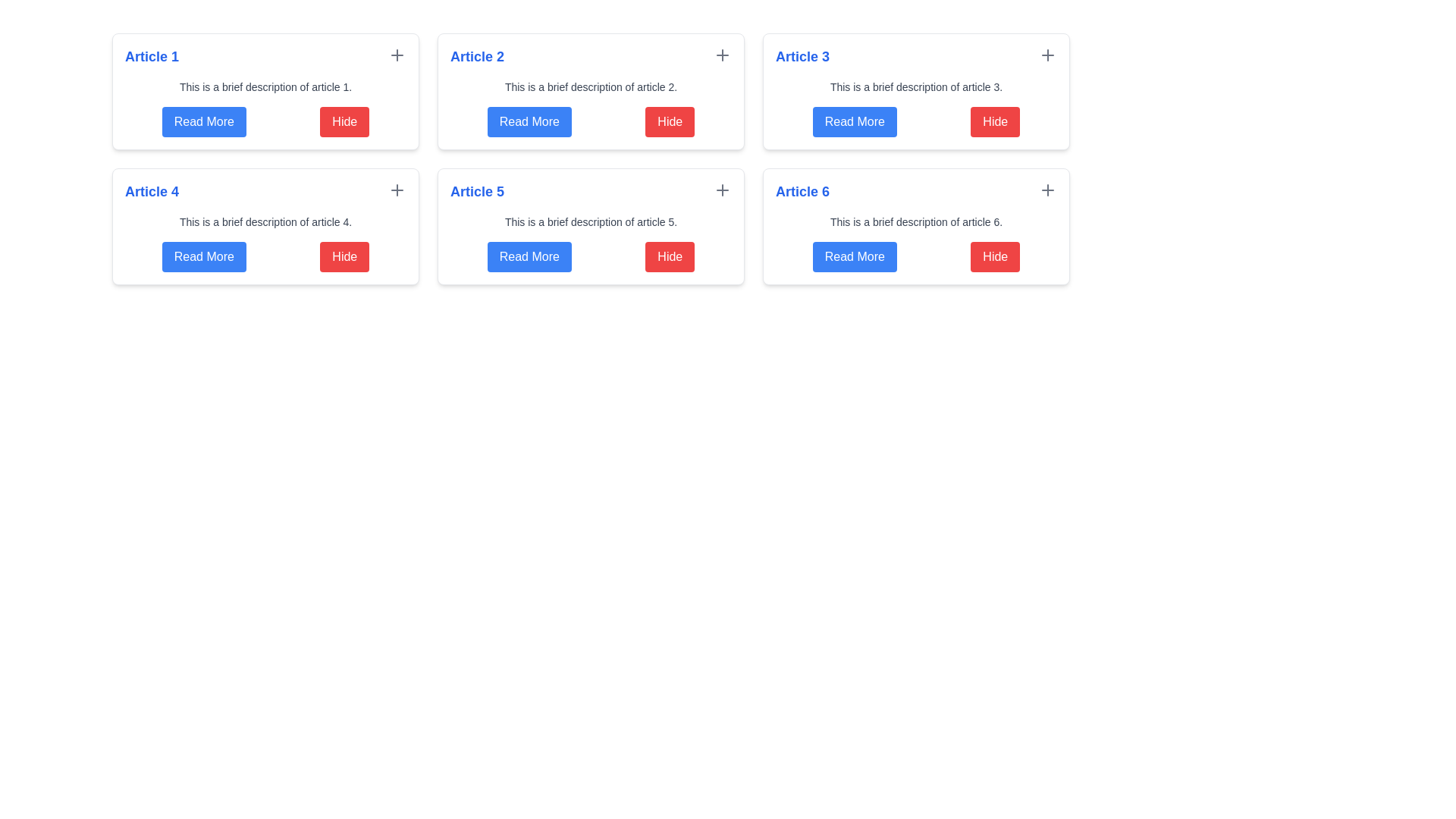 The height and width of the screenshot is (819, 1456). I want to click on the interactive icon button resembling a plus sign located in the top-right corner of the 'Article 1' card to change its color, so click(397, 55).